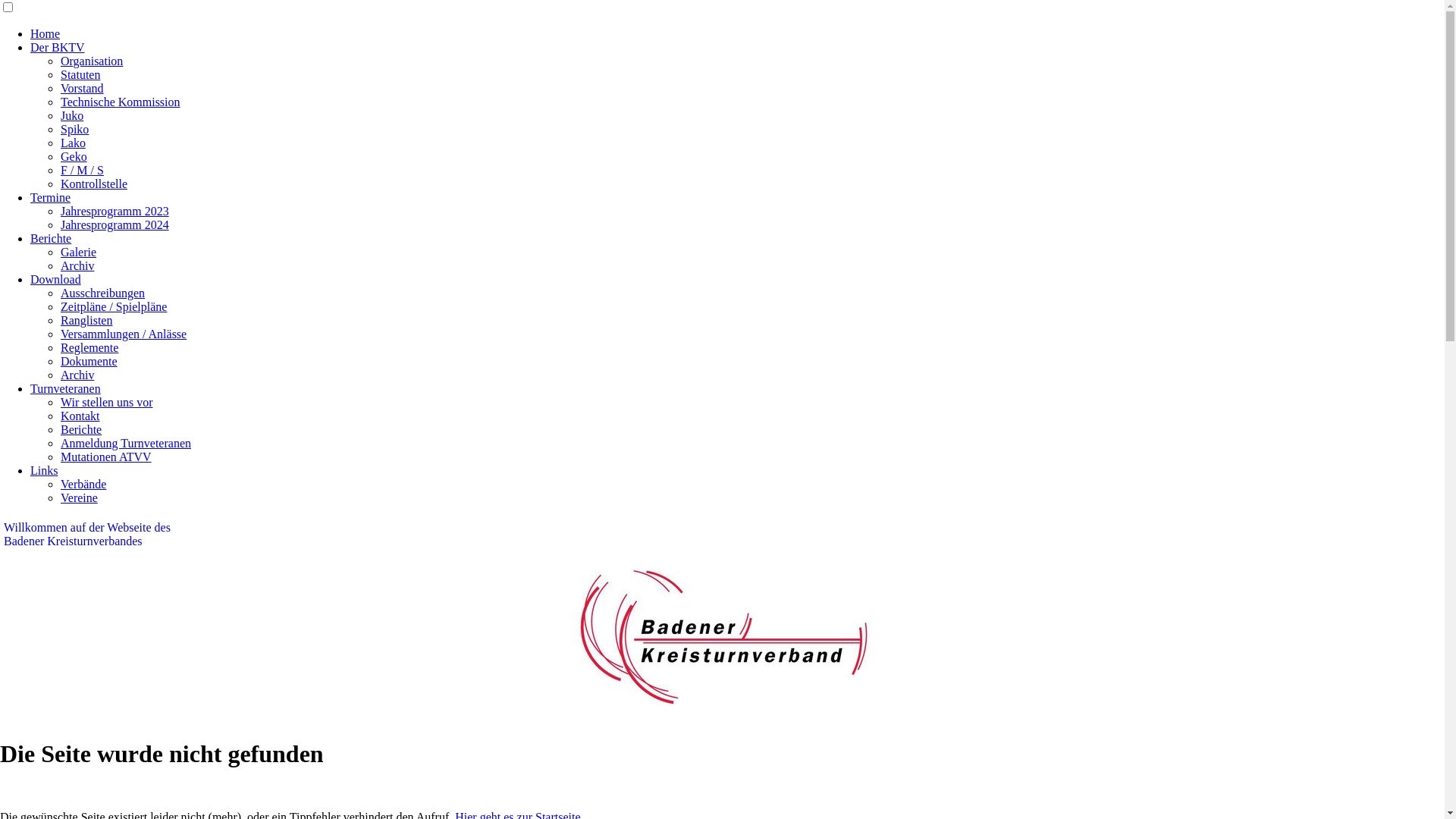 Image resolution: width=1456 pixels, height=819 pixels. Describe the element at coordinates (102, 293) in the screenshot. I see `'Ausschreibungen'` at that location.